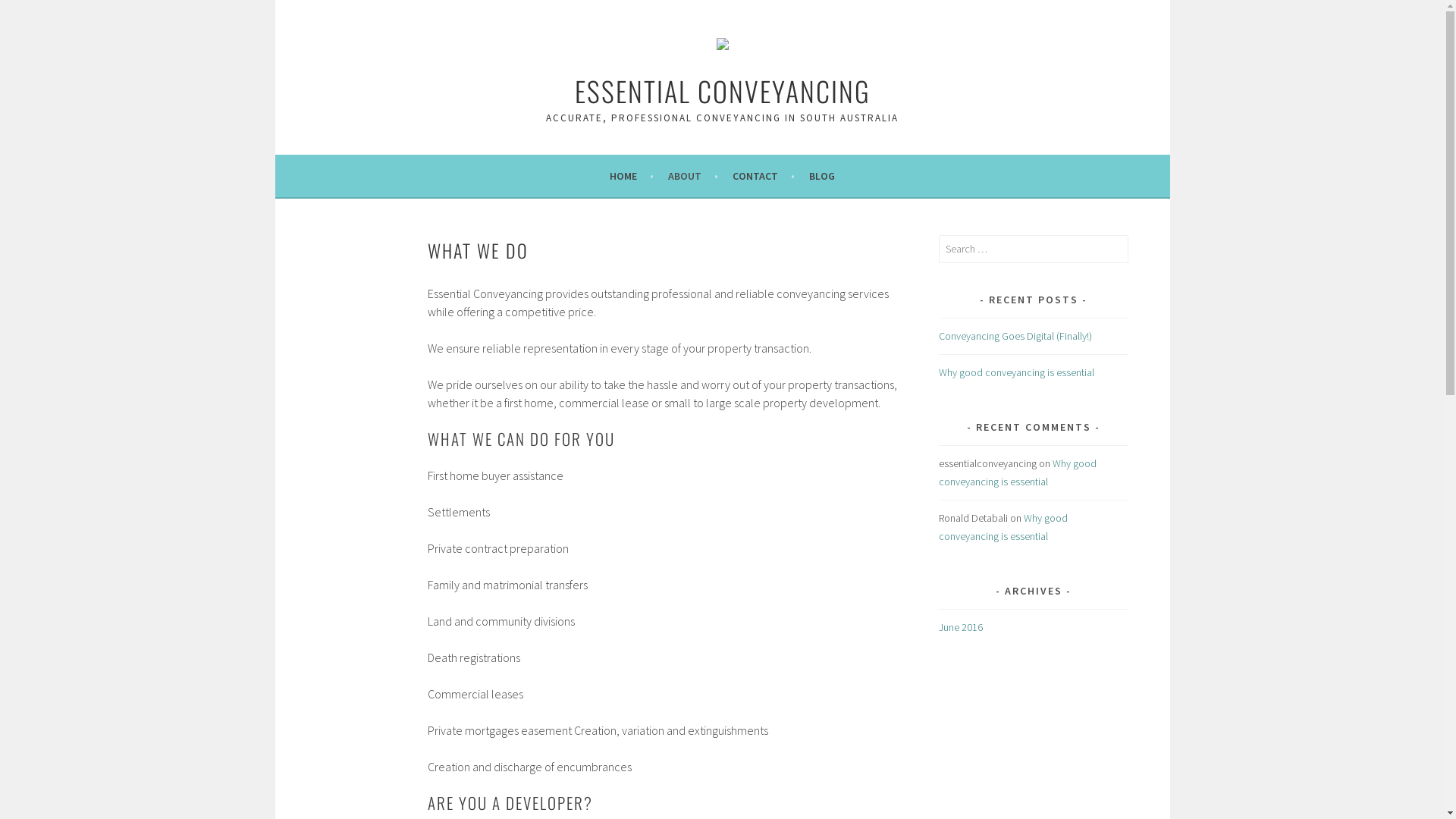 This screenshot has width=1456, height=819. What do you see at coordinates (1018, 472) in the screenshot?
I see `'Why good conveyancing is essential  '` at bounding box center [1018, 472].